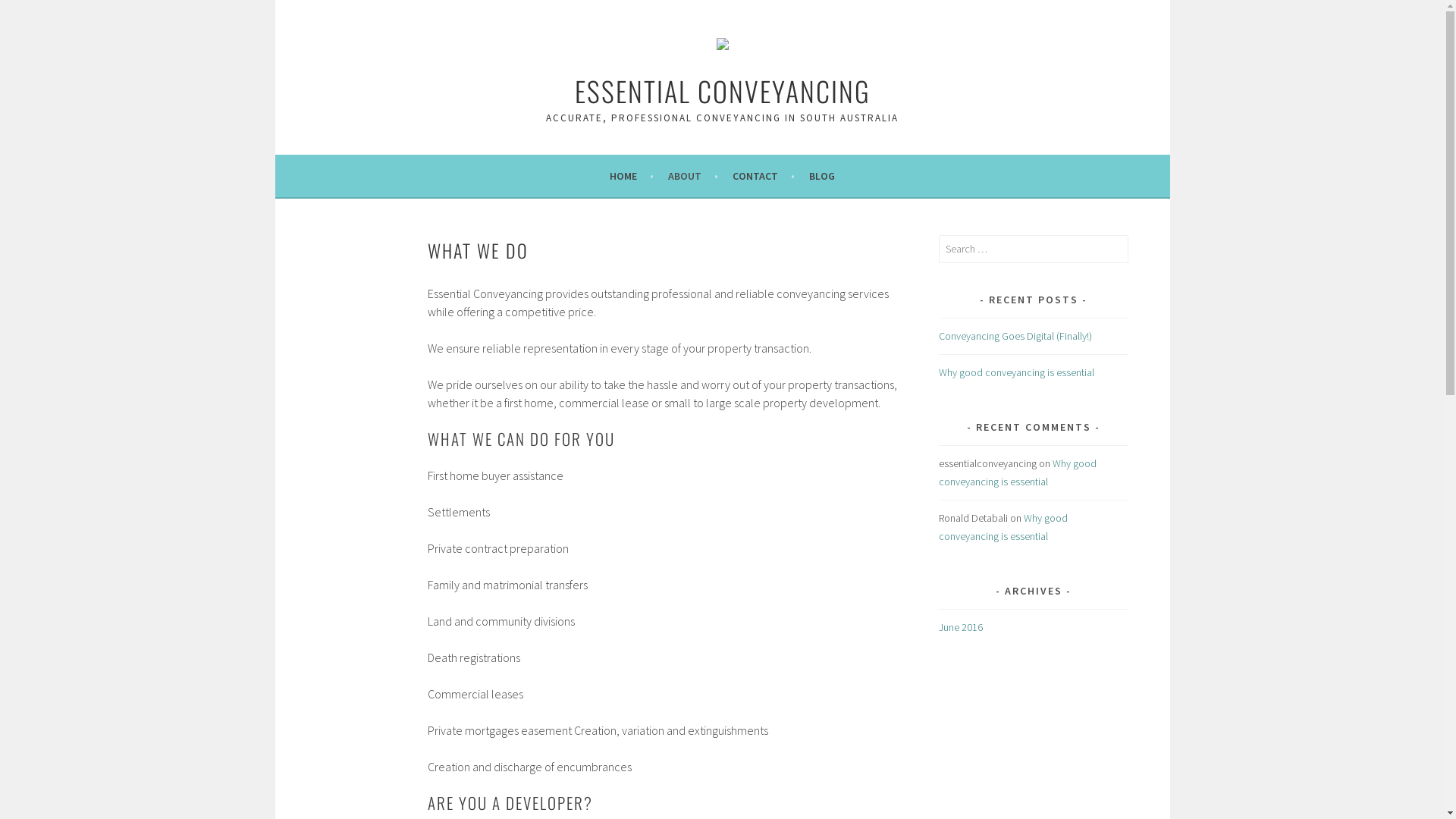 This screenshot has width=1456, height=819. What do you see at coordinates (1018, 472) in the screenshot?
I see `'Why good conveyancing is essential  '` at bounding box center [1018, 472].